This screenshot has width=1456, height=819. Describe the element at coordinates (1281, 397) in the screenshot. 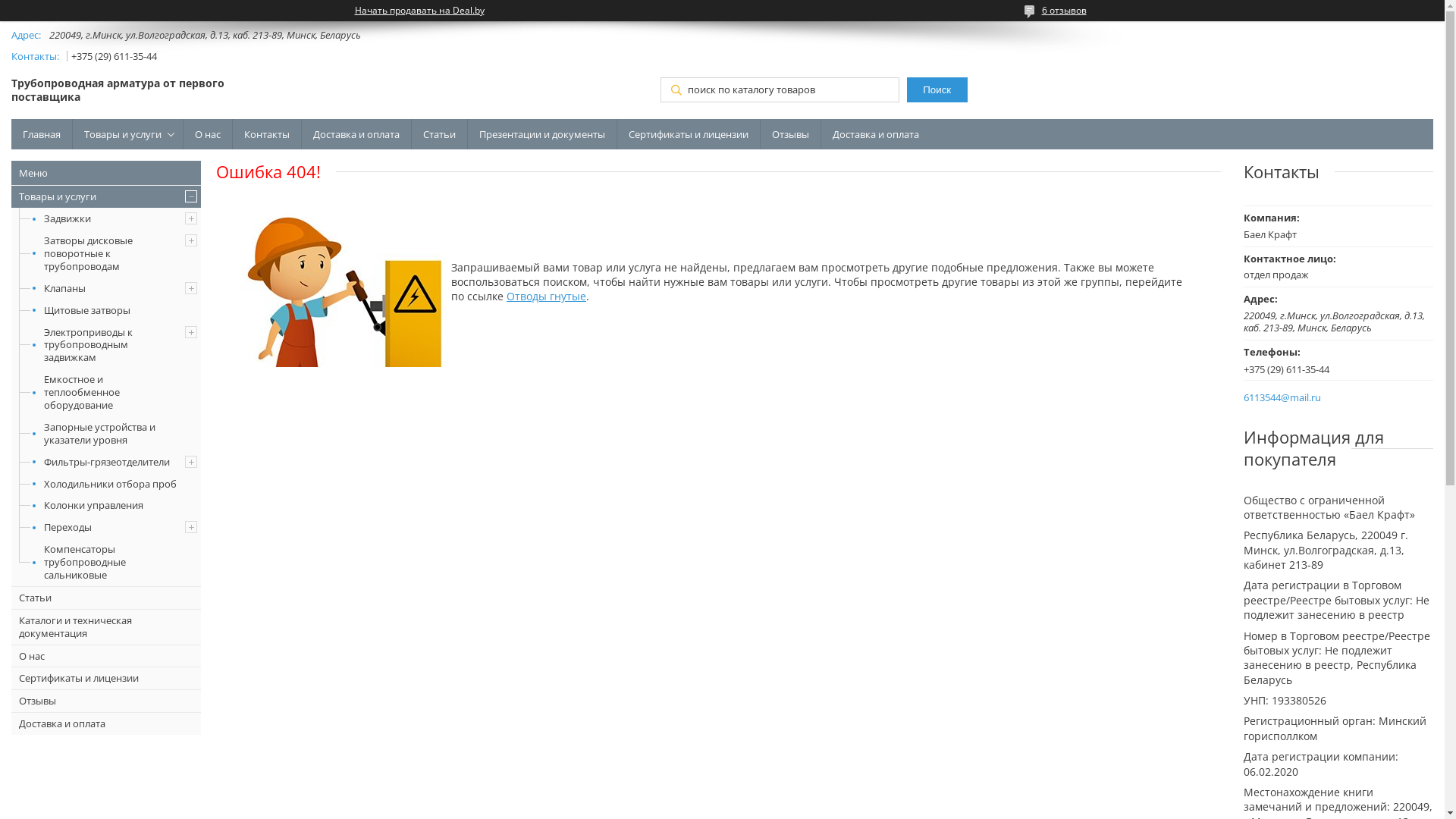

I see `'6113544@mail.ru'` at that location.